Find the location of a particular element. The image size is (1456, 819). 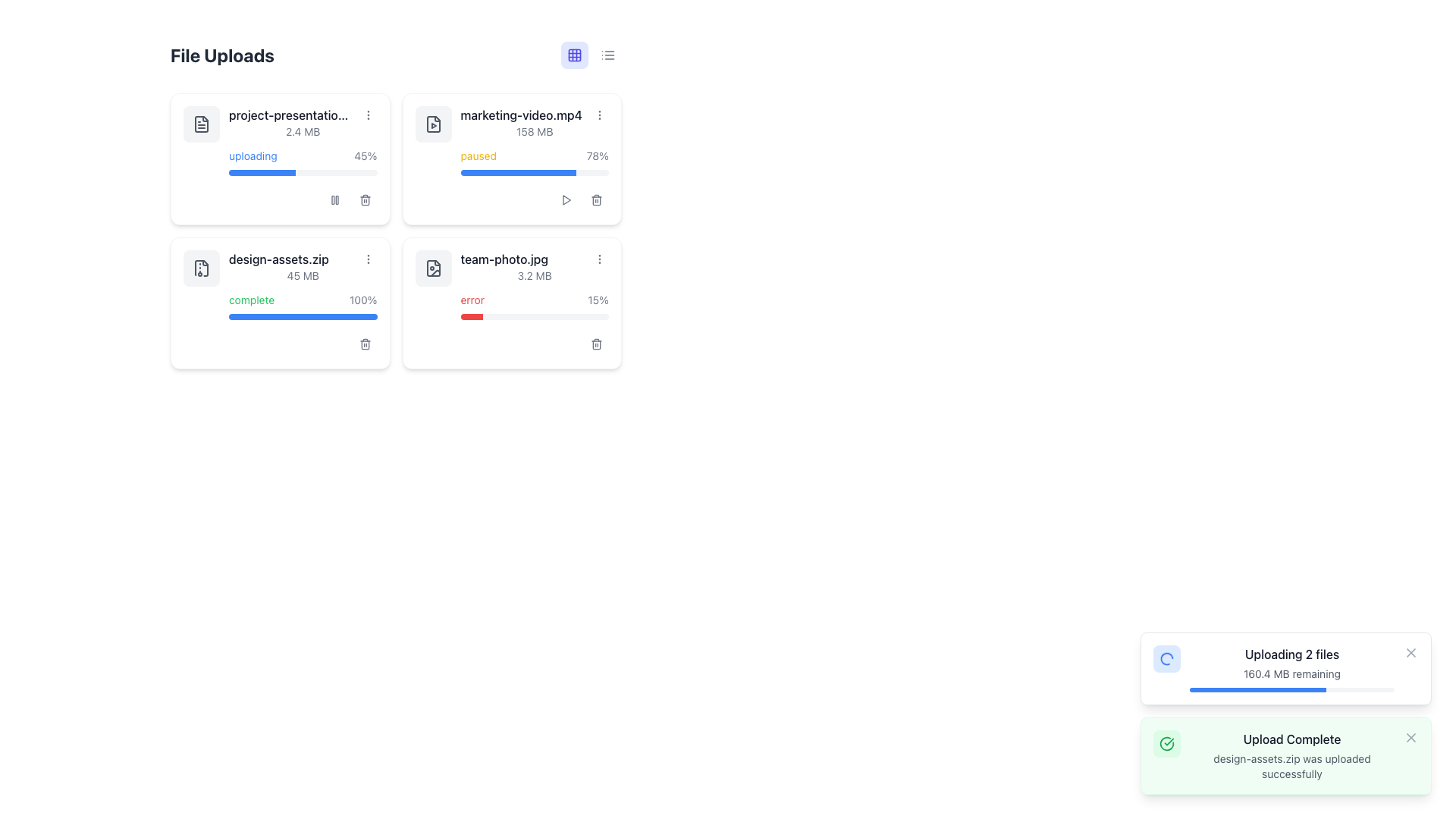

the vertical ellipsis button (more options icon) located in the right-most portion of the 'marketing-video.mp4' file row is located at coordinates (599, 114).